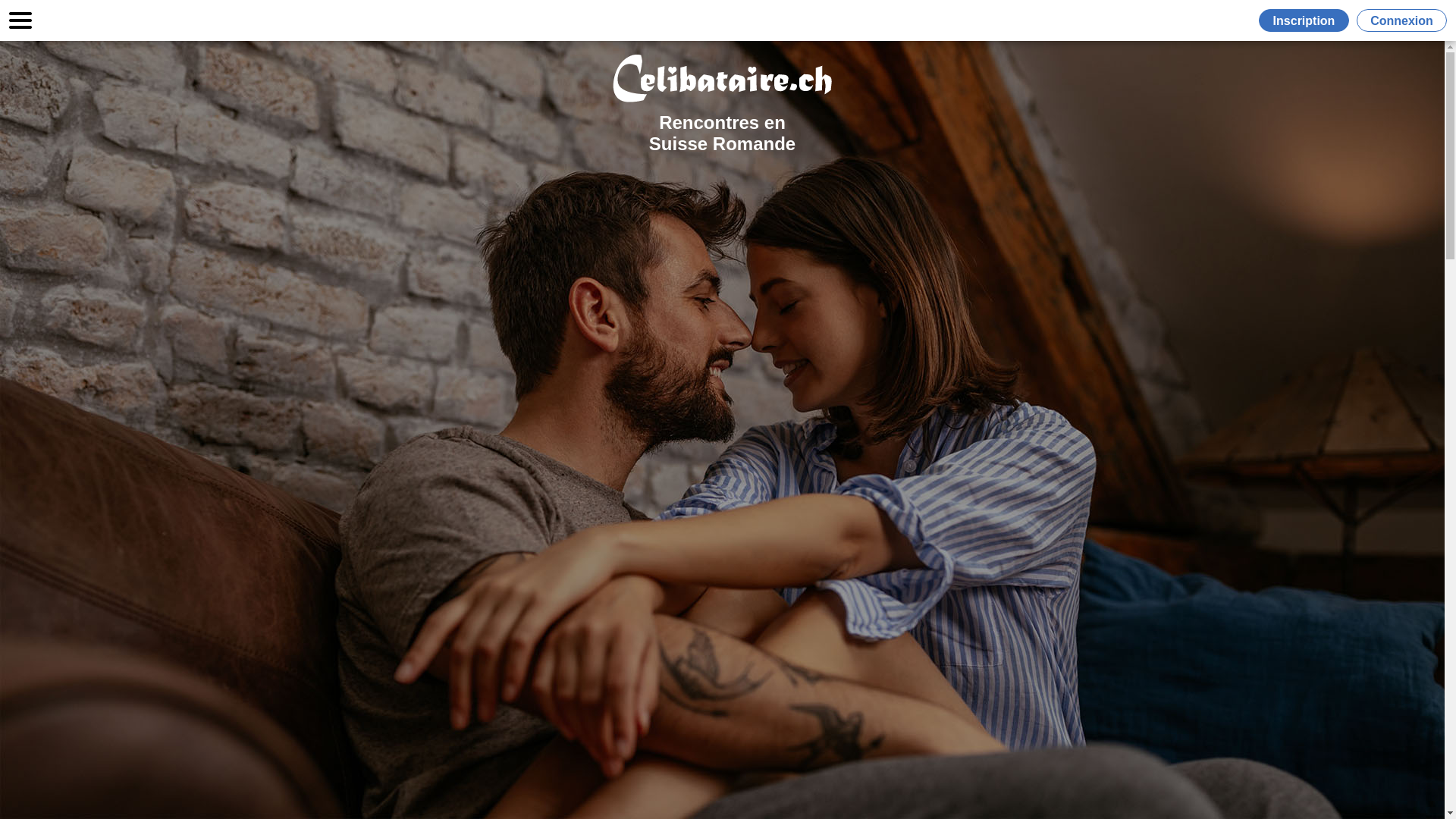 The height and width of the screenshot is (819, 1456). Describe the element at coordinates (1401, 20) in the screenshot. I see `'Connexion'` at that location.